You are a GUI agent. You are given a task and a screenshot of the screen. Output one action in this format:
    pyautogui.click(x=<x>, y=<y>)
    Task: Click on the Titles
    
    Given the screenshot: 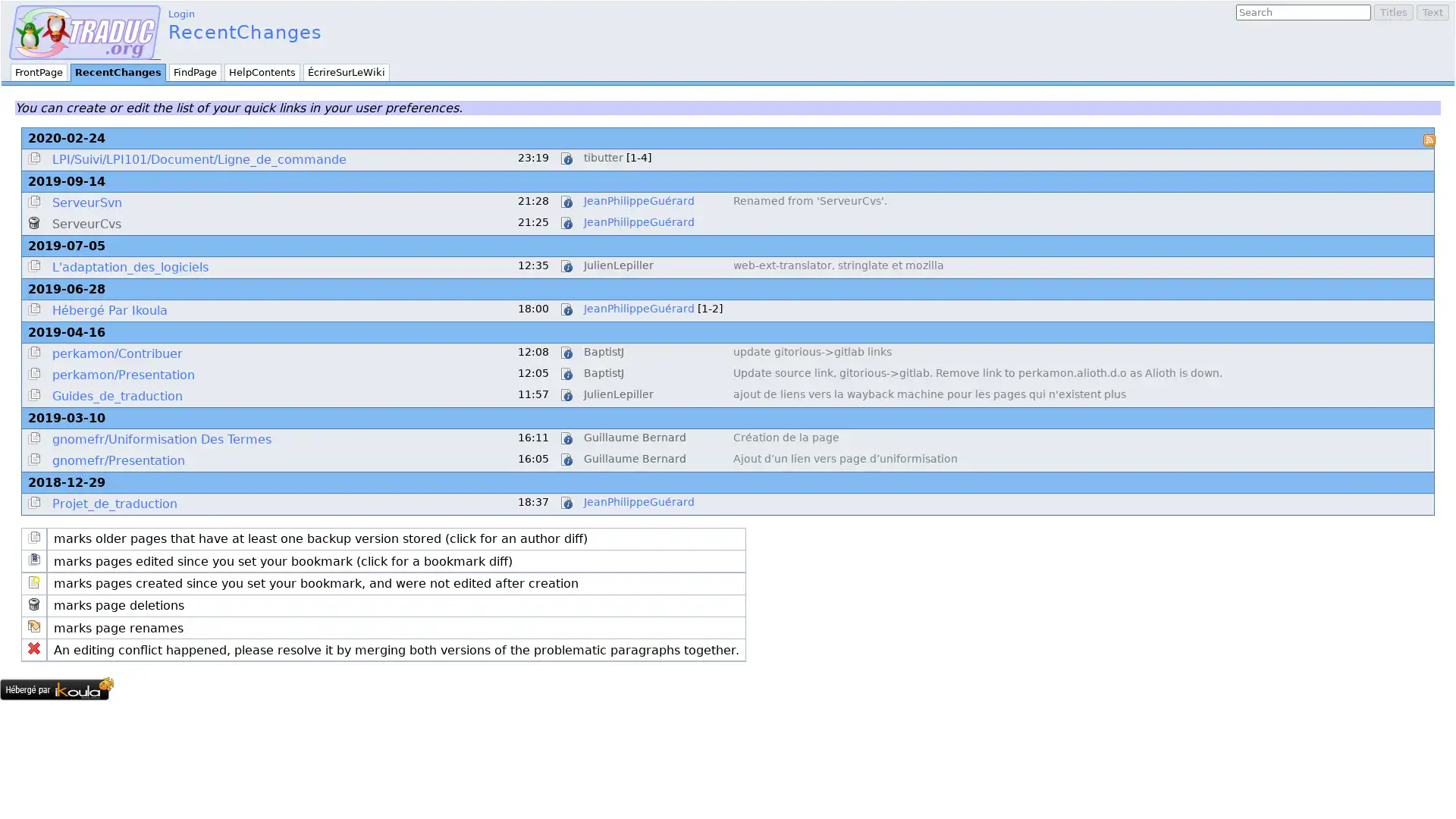 What is the action you would take?
    pyautogui.click(x=1394, y=12)
    